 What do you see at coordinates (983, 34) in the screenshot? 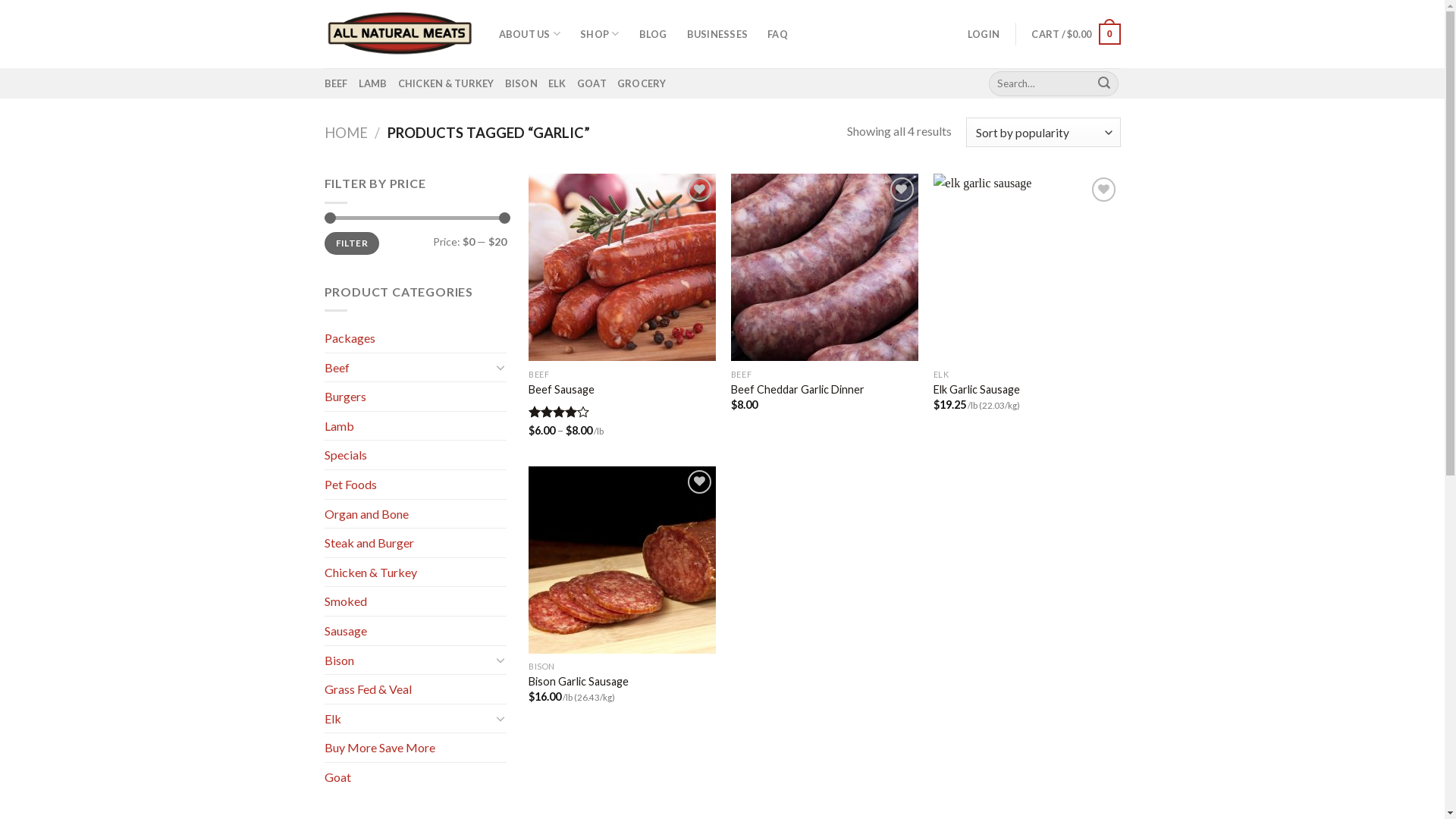
I see `'LOGIN'` at bounding box center [983, 34].